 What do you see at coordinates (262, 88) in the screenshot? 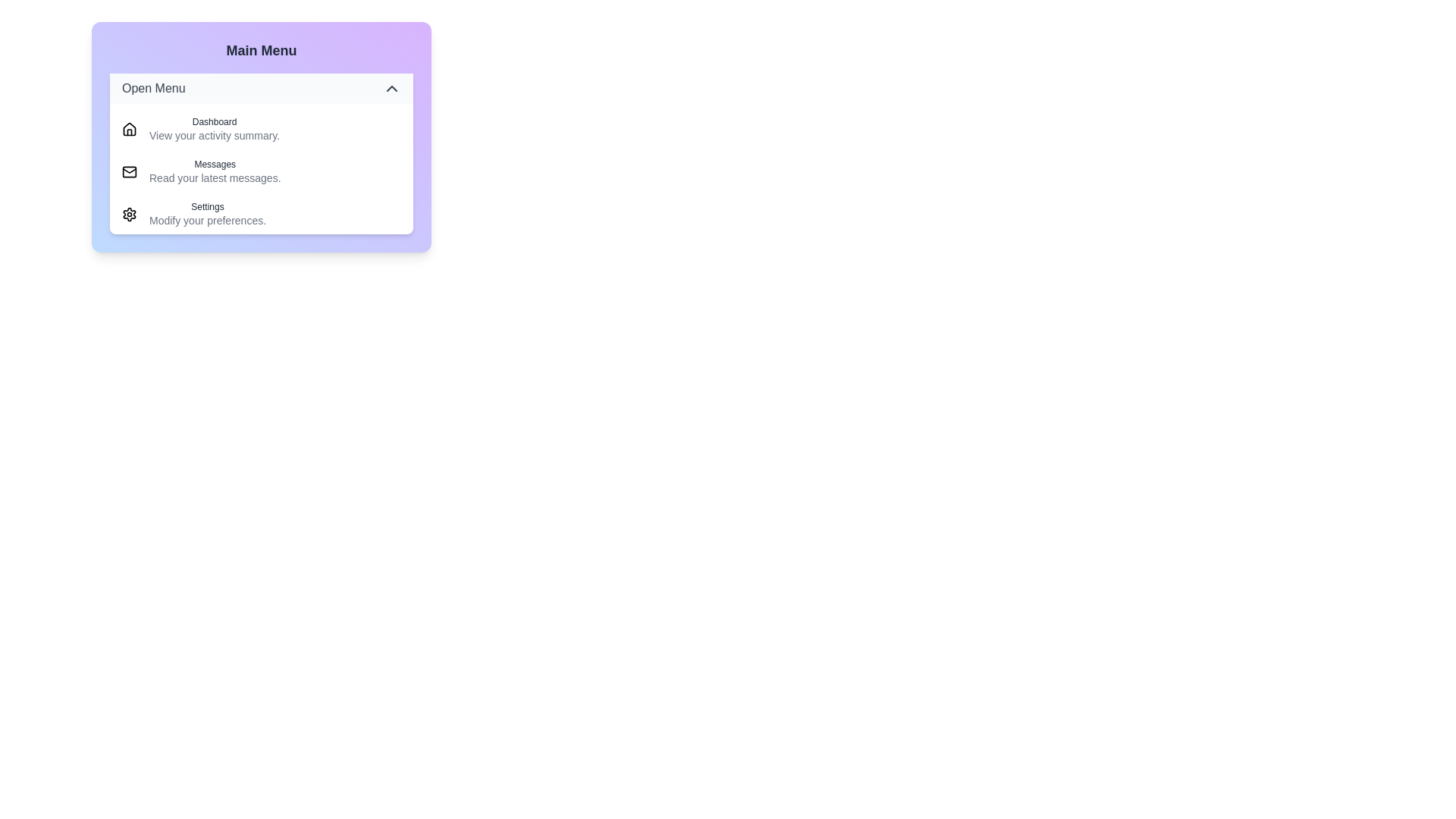
I see `the toggle button to close the menu` at bounding box center [262, 88].